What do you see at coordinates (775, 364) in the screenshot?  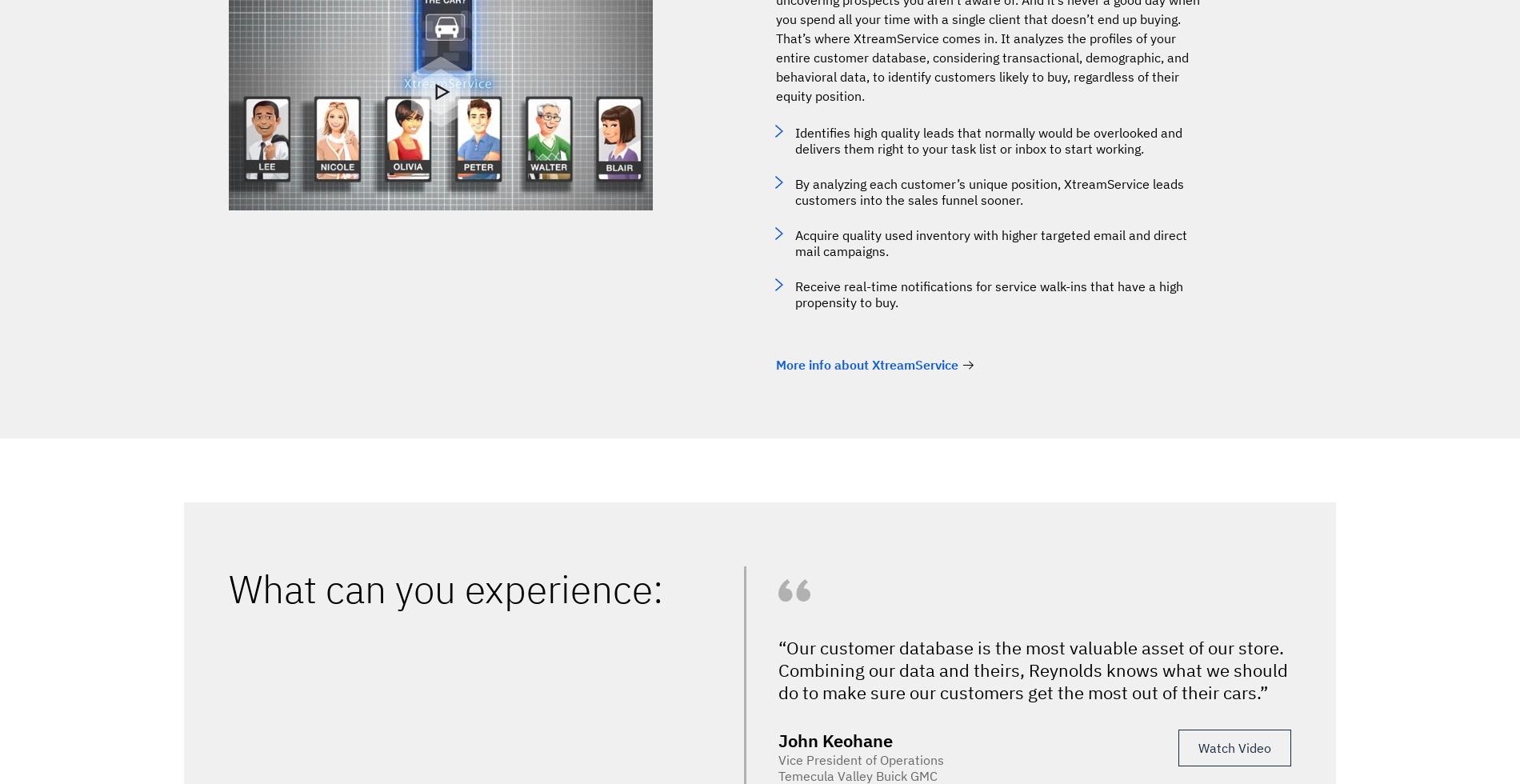 I see `'More info about XtreamService'` at bounding box center [775, 364].